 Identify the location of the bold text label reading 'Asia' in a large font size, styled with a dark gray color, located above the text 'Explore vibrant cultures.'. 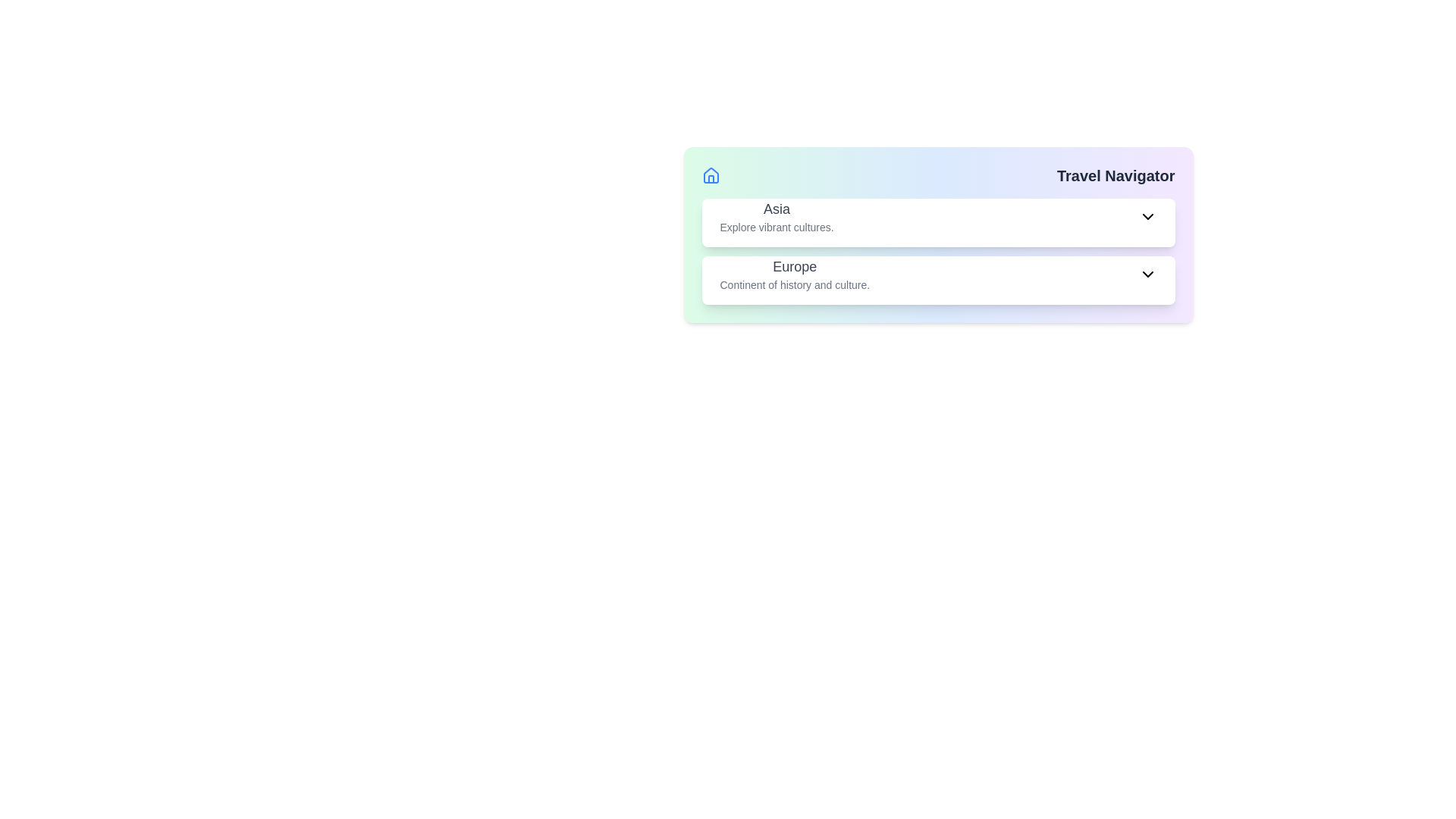
(777, 209).